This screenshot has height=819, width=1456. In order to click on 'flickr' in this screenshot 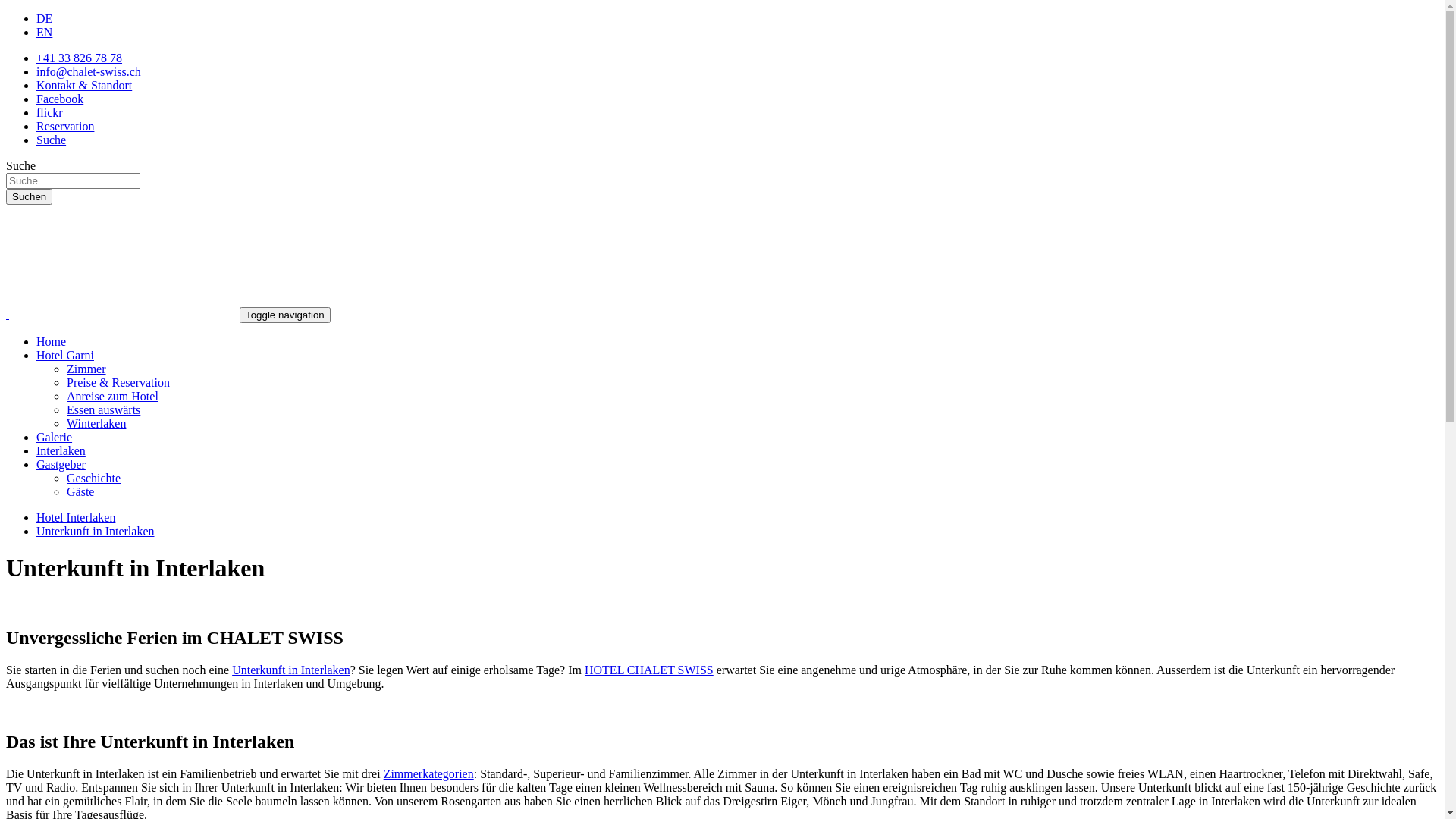, I will do `click(49, 111)`.